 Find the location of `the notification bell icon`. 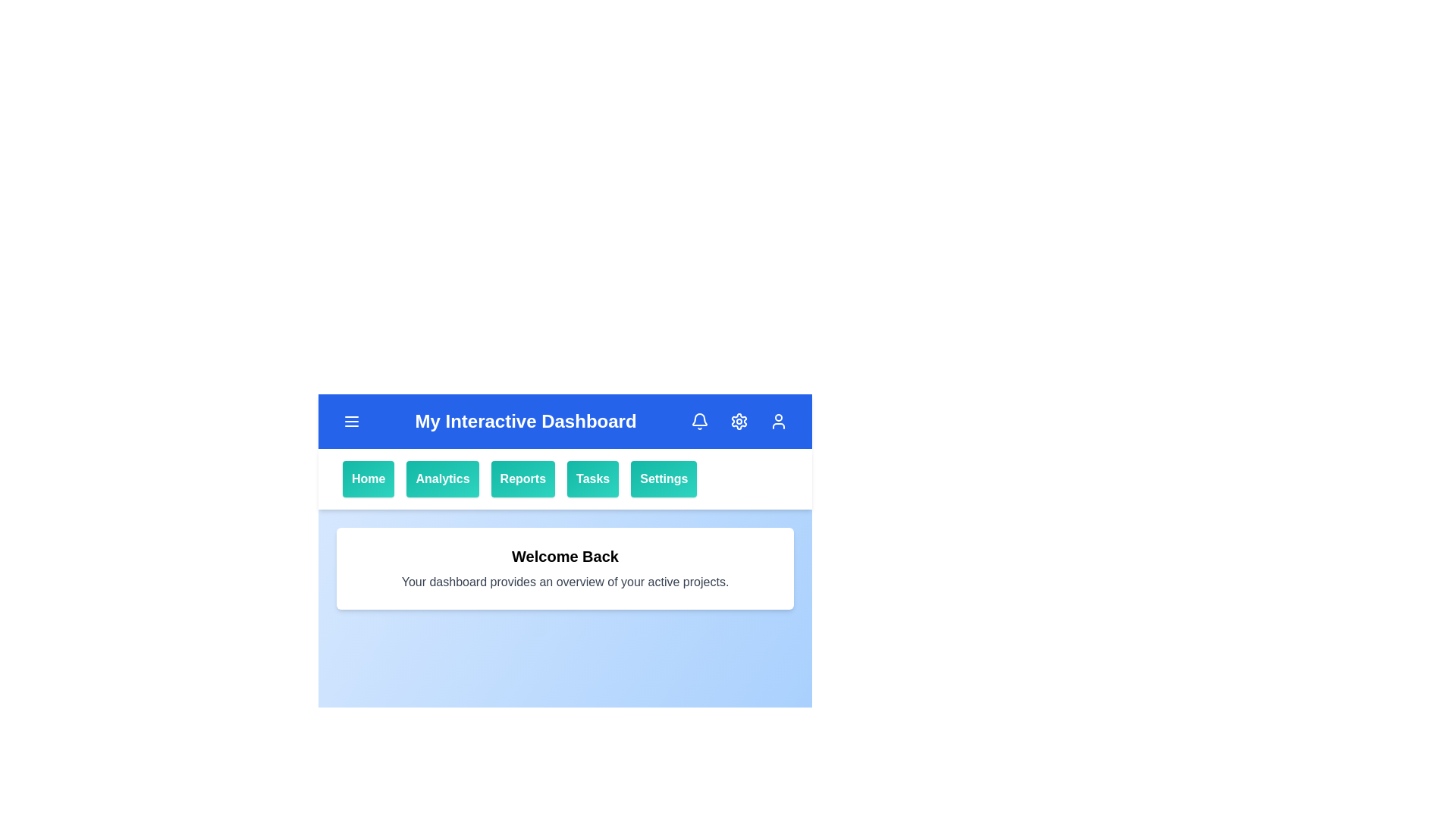

the notification bell icon is located at coordinates (698, 421).